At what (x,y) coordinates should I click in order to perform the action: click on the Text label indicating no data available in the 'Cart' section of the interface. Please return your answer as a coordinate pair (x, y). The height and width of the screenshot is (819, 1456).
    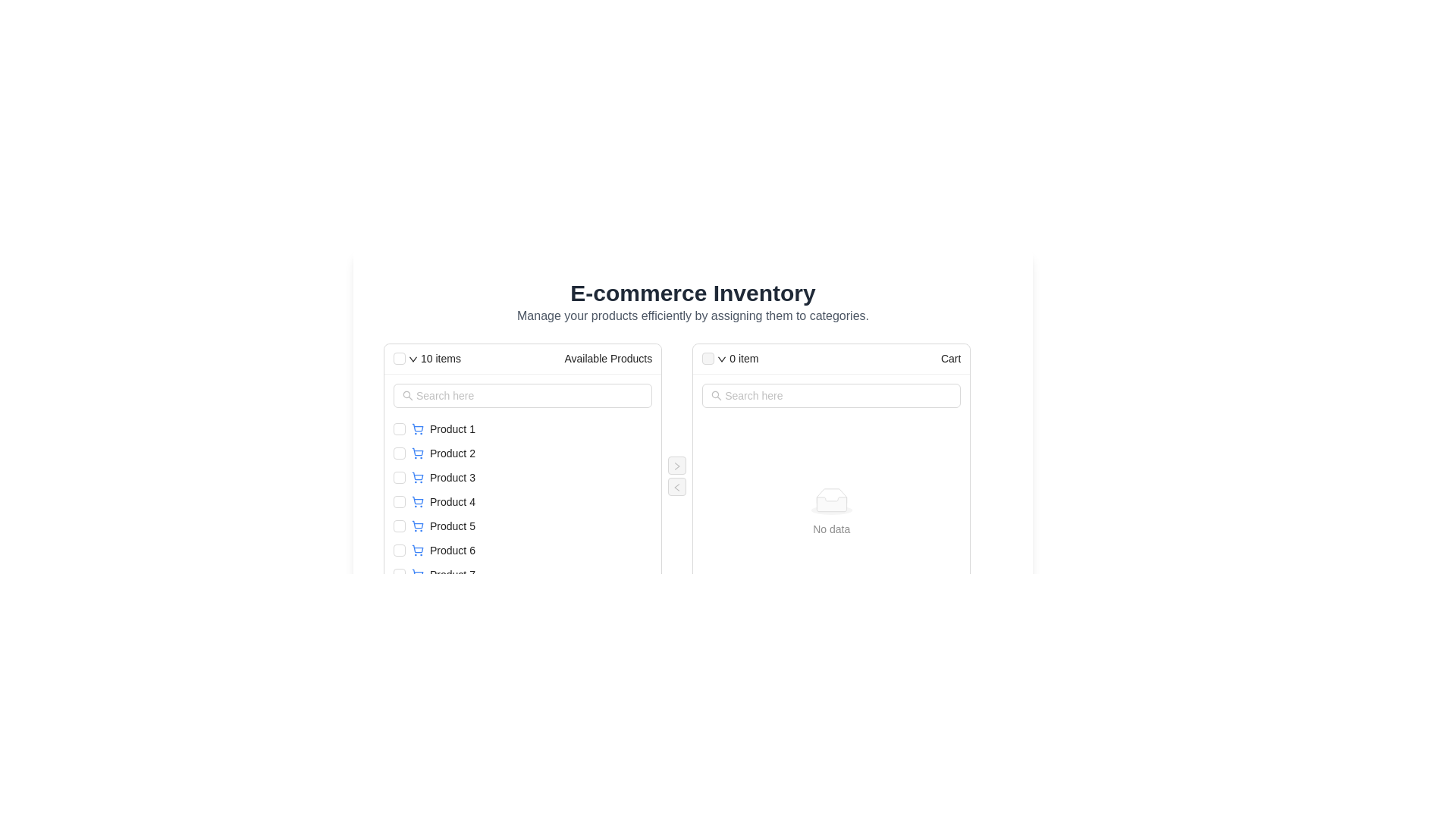
    Looking at the image, I should click on (830, 528).